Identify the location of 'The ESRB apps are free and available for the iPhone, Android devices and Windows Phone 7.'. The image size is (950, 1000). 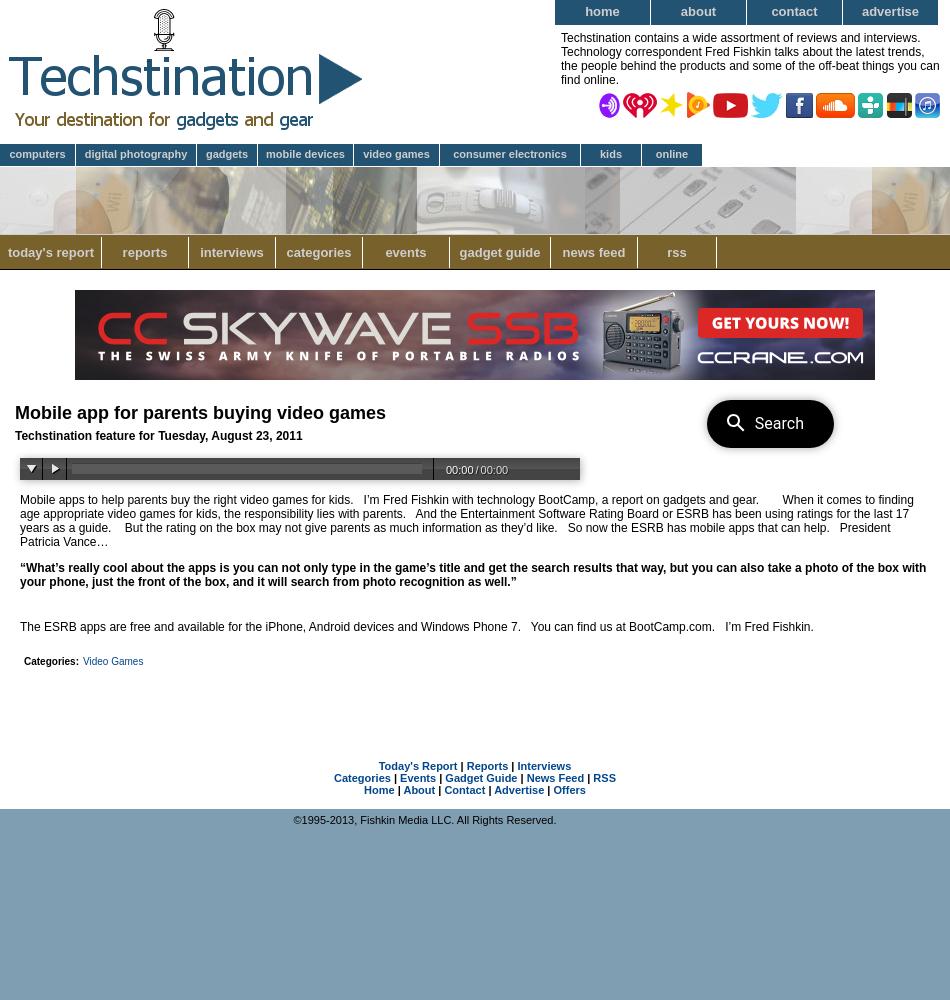
(20, 627).